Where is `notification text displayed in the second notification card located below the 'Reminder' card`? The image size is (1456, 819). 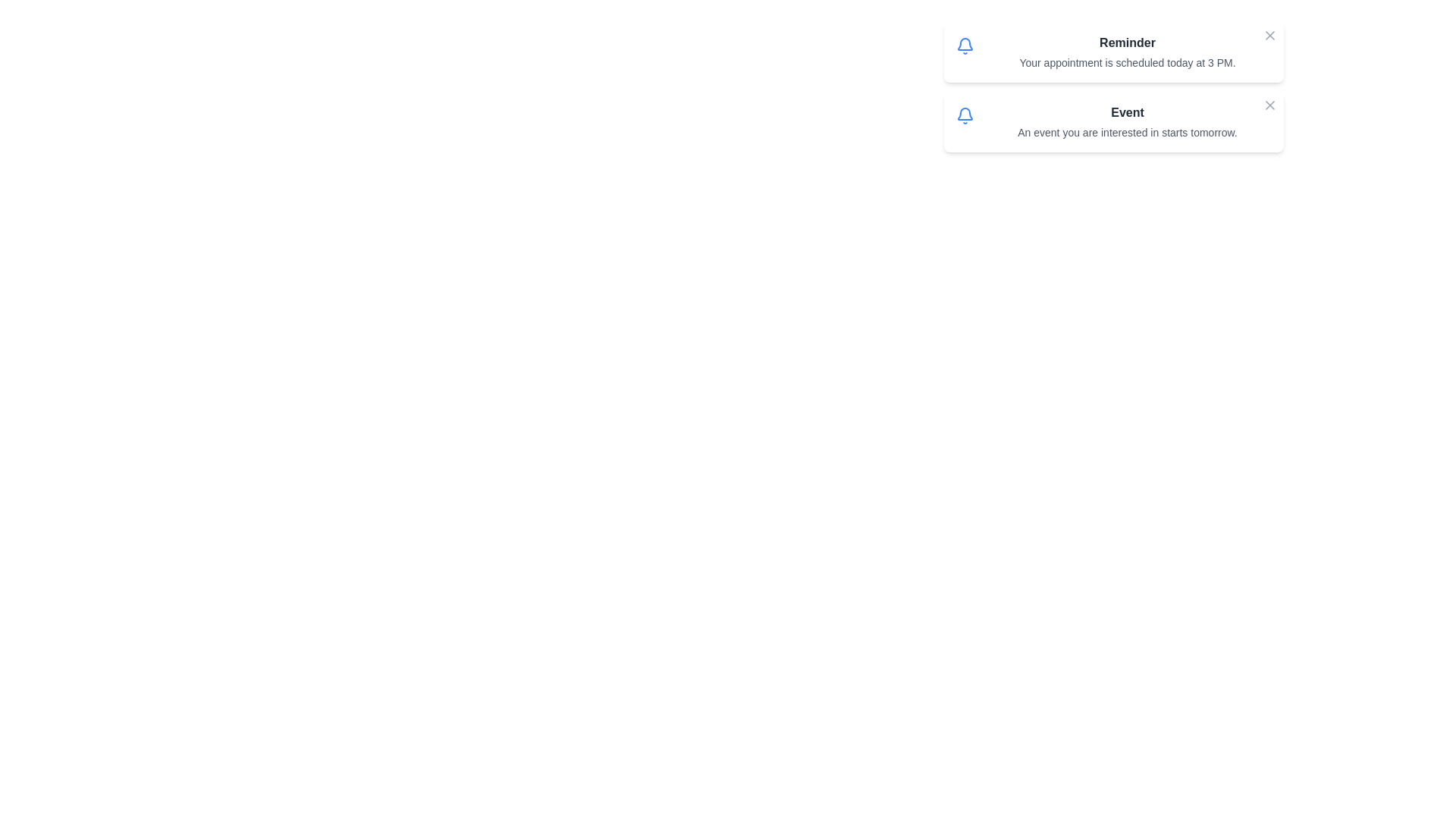 notification text displayed in the second notification card located below the 'Reminder' card is located at coordinates (1113, 121).